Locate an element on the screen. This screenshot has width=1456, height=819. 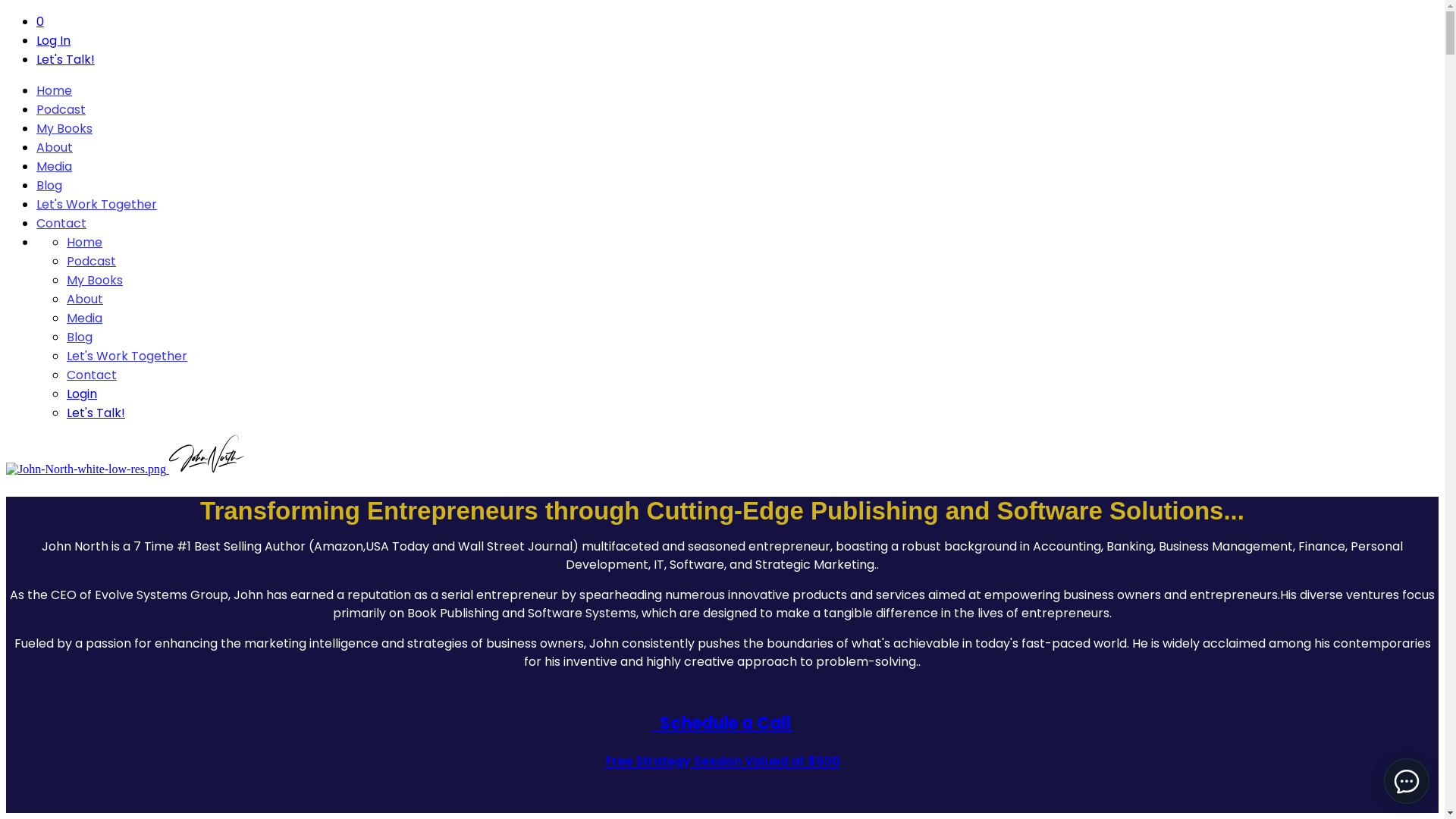
'Contact' is located at coordinates (61, 223).